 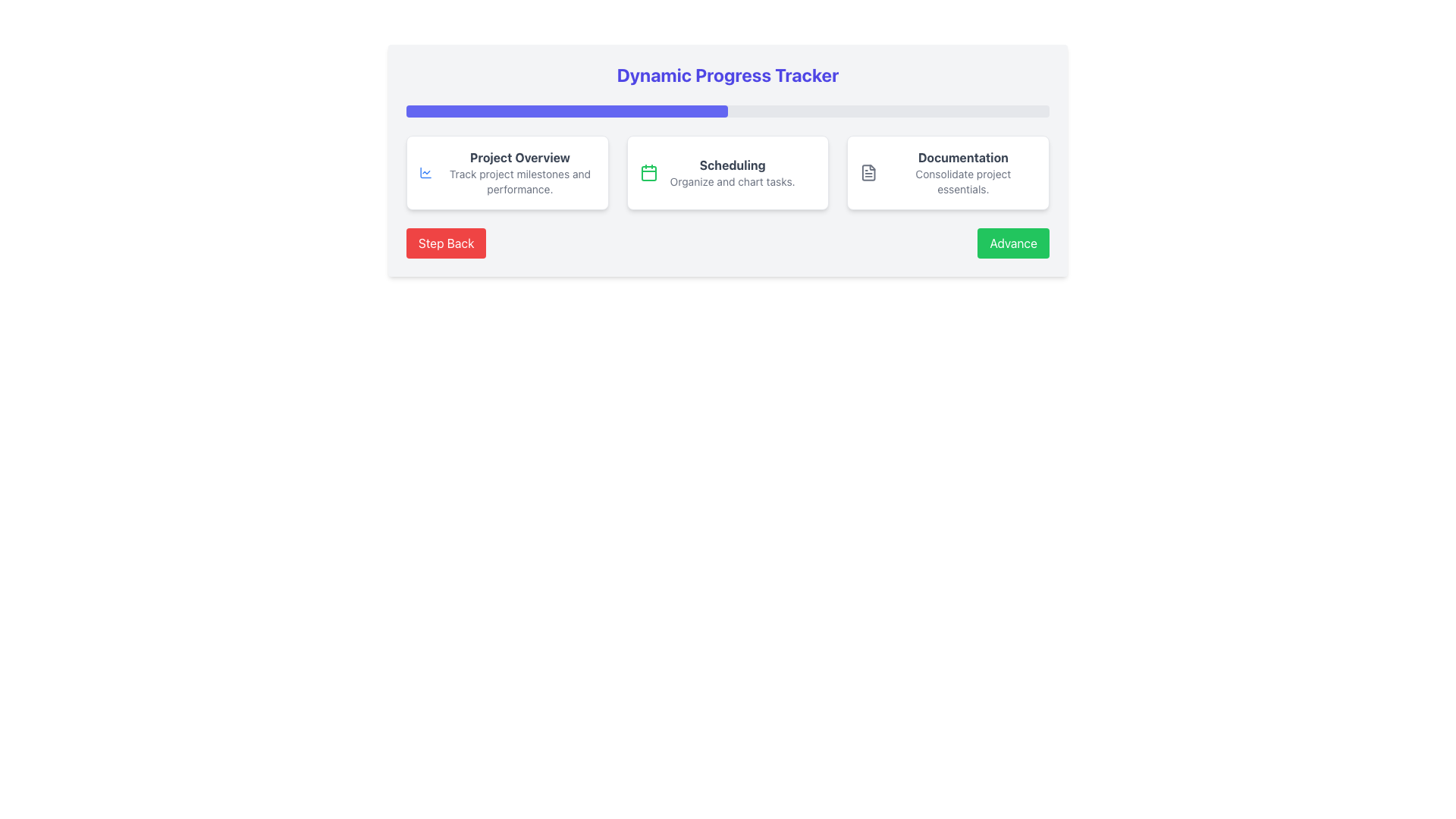 What do you see at coordinates (507, 171) in the screenshot?
I see `the 'Project Overview' card, which is the first card in a row of three, located in the top left area of the grid layout` at bounding box center [507, 171].